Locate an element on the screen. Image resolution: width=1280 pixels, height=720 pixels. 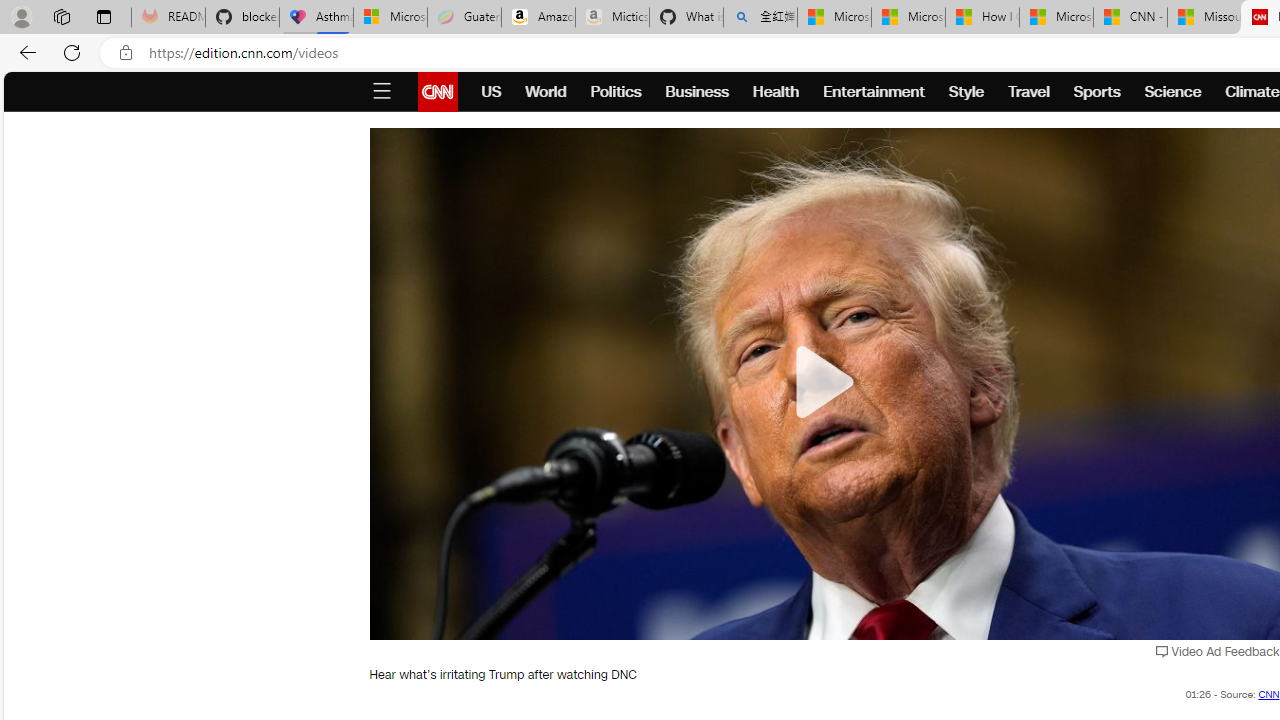
'US' is located at coordinates (491, 92).